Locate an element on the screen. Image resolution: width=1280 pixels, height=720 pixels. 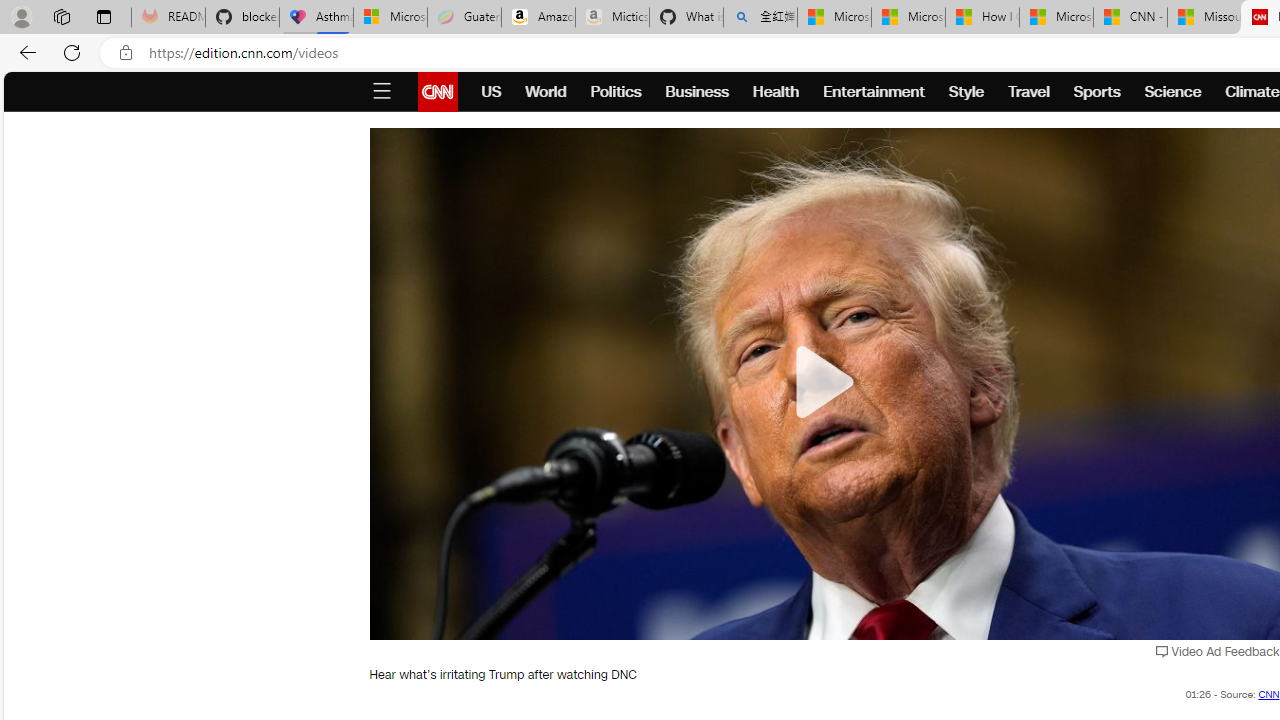
'US' is located at coordinates (491, 92).